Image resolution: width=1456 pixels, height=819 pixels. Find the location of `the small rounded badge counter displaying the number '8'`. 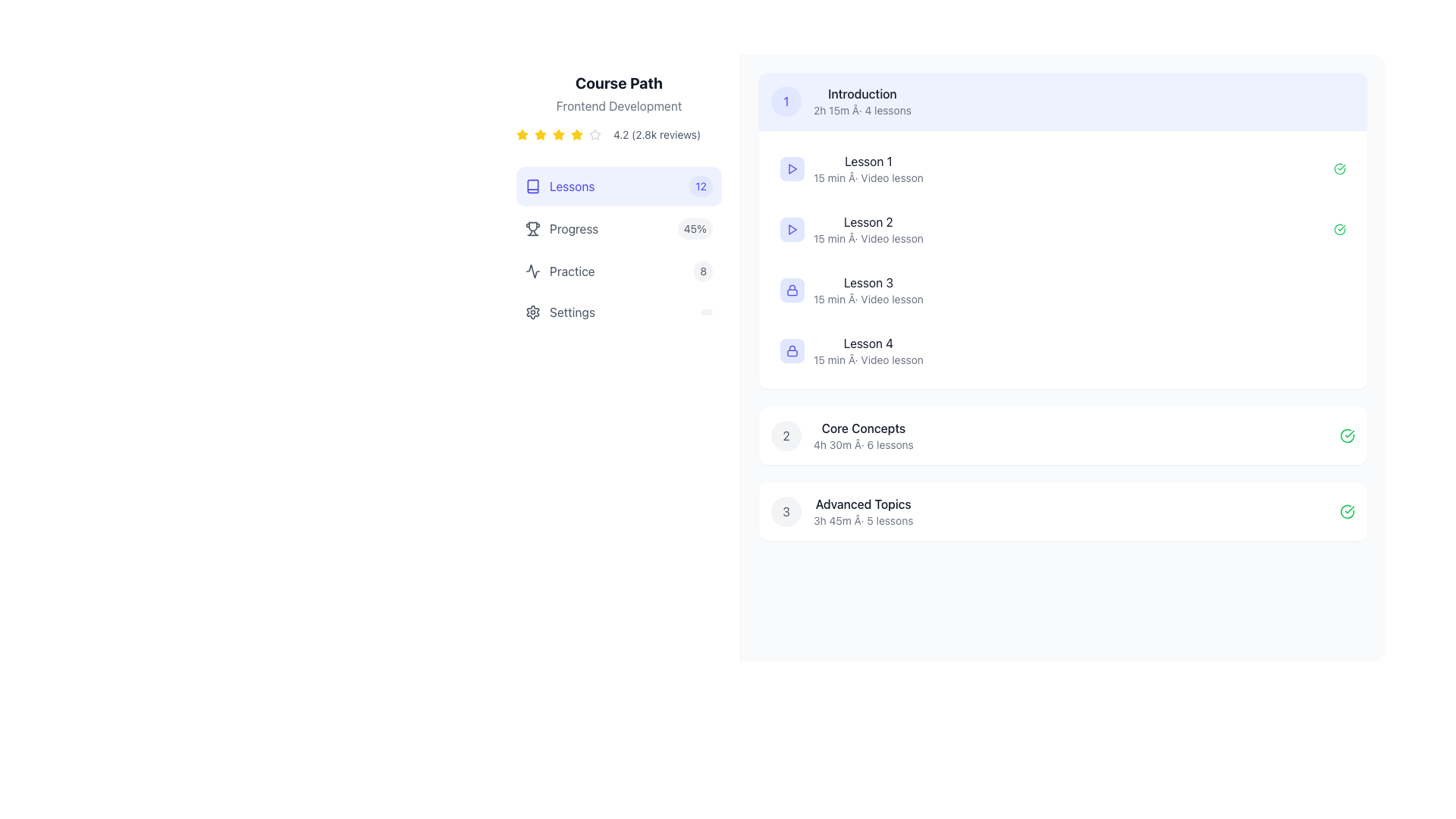

the small rounded badge counter displaying the number '8' is located at coordinates (702, 271).